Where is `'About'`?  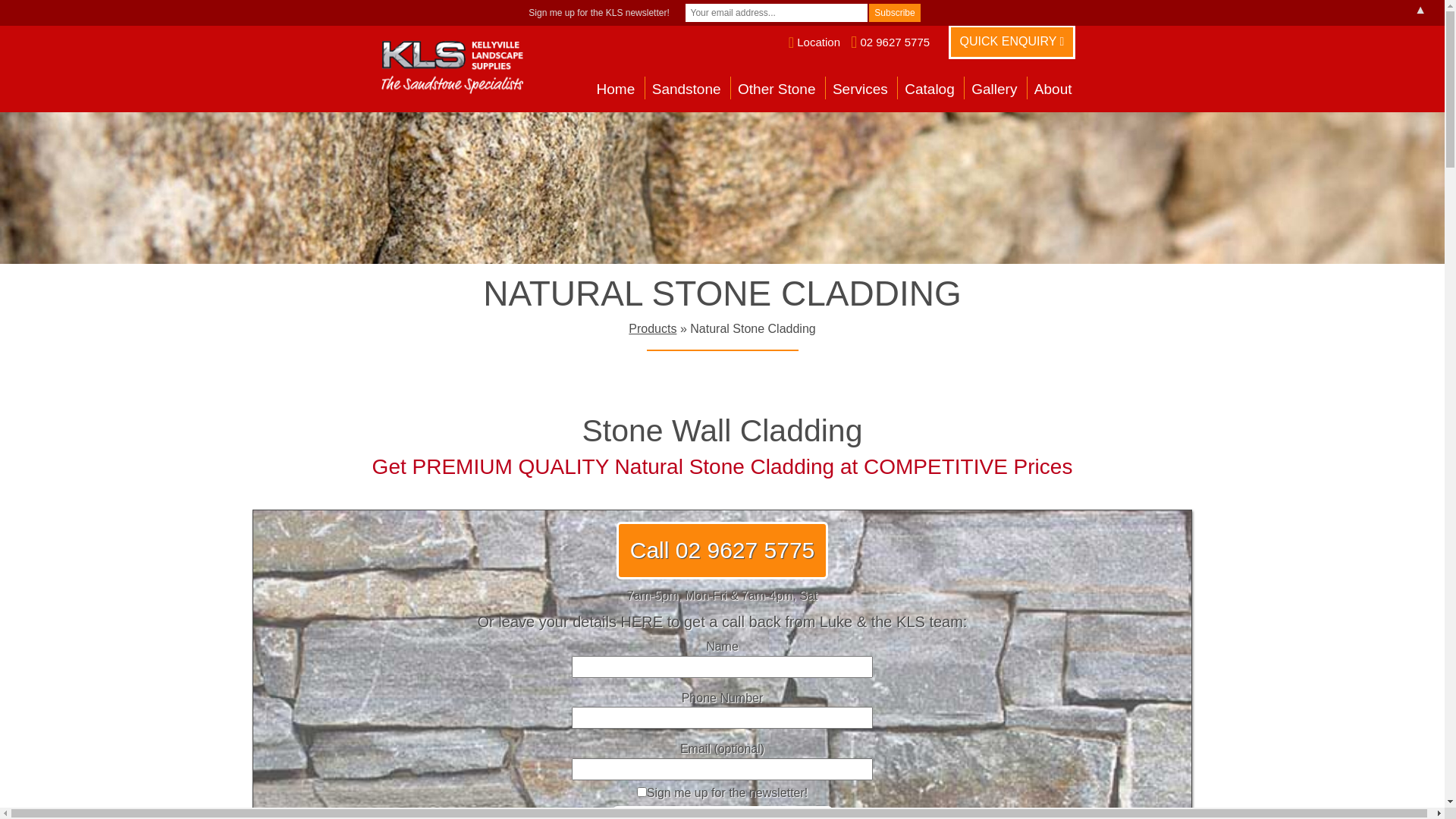 'About' is located at coordinates (1052, 91).